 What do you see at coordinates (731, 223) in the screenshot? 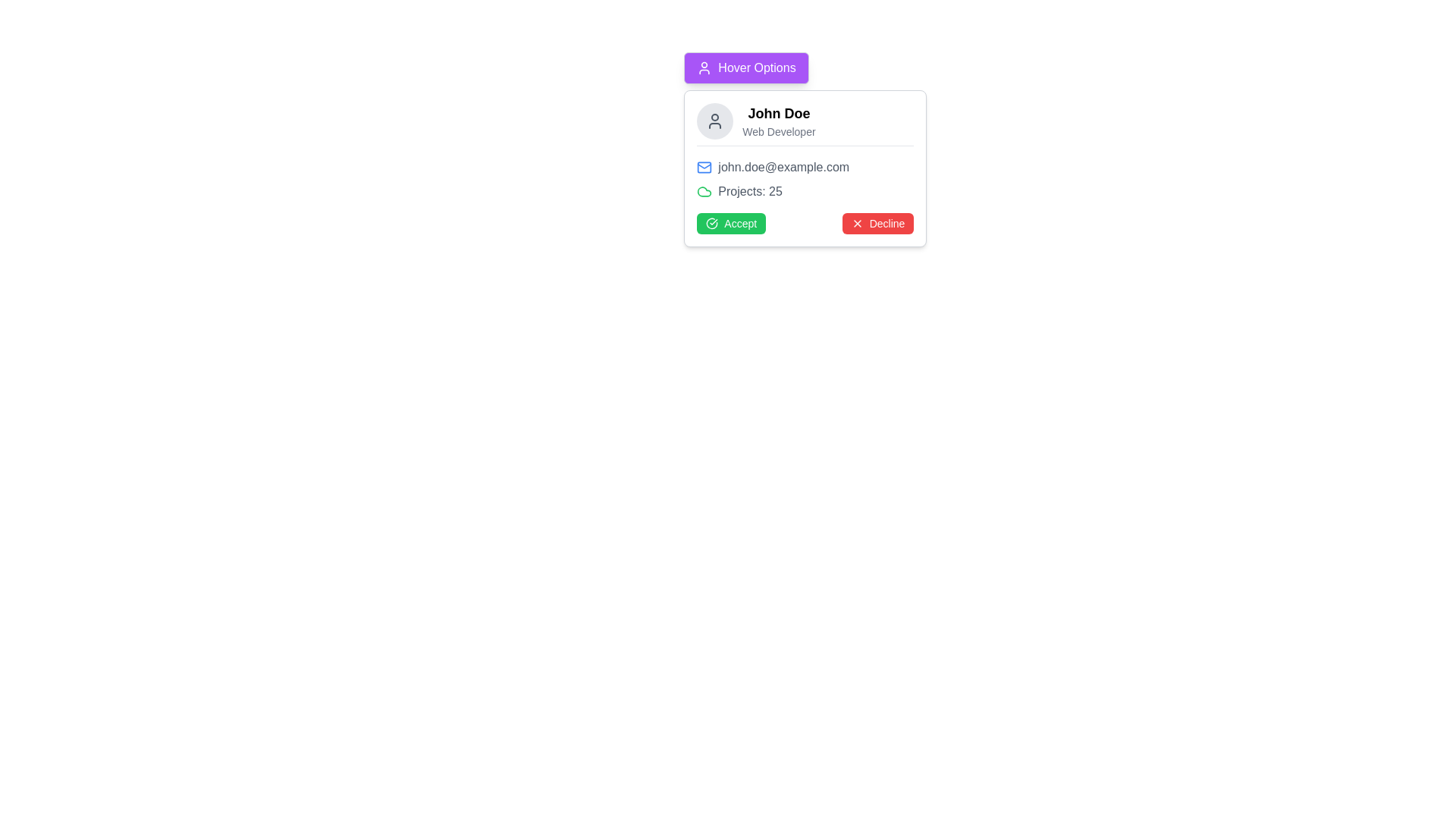
I see `the green 'Accept' button with a white checkmark icon on its left side to accept the option` at bounding box center [731, 223].